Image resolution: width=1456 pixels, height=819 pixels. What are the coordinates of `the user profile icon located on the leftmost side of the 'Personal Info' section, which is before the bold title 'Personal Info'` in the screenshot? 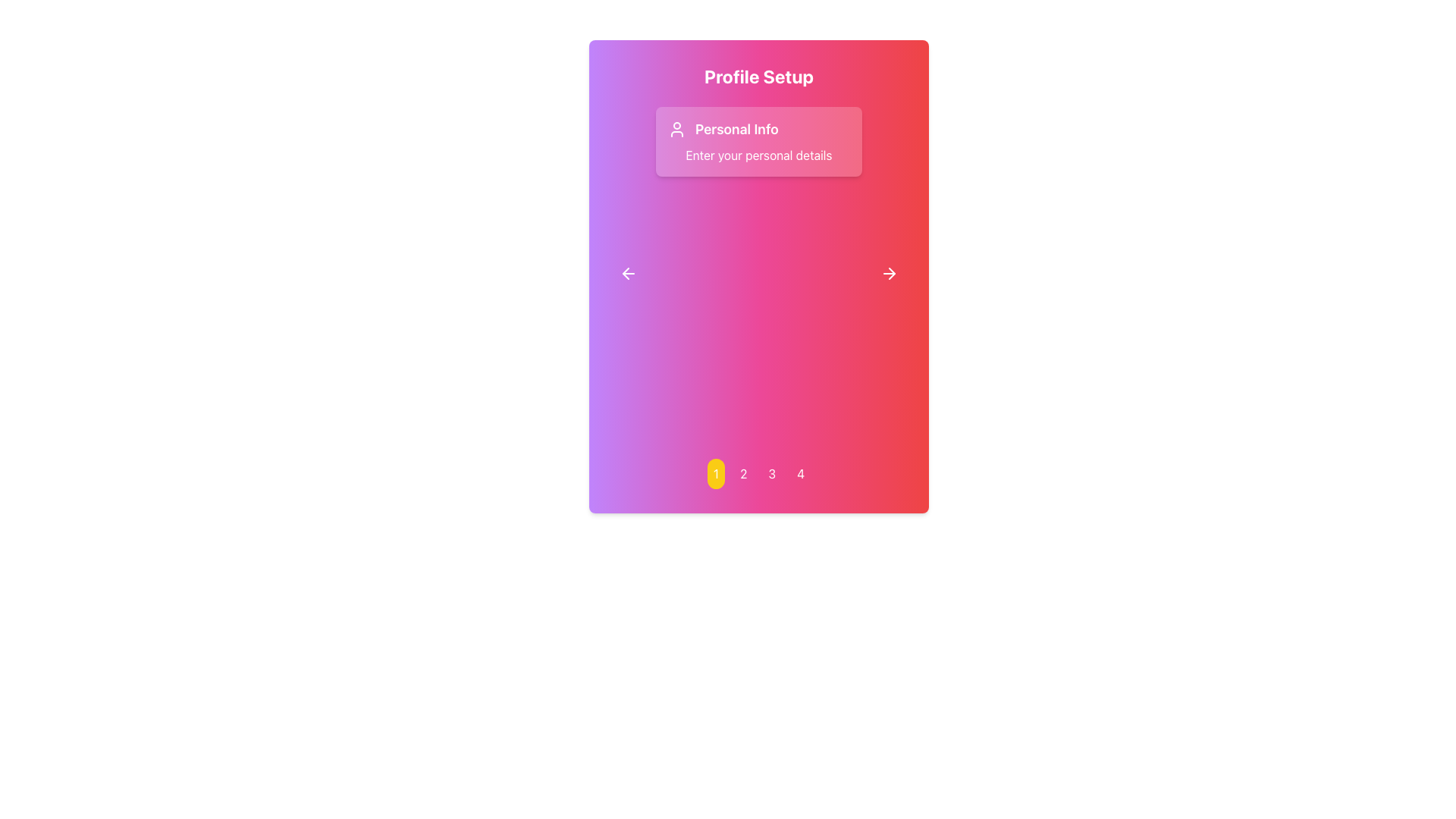 It's located at (676, 128).